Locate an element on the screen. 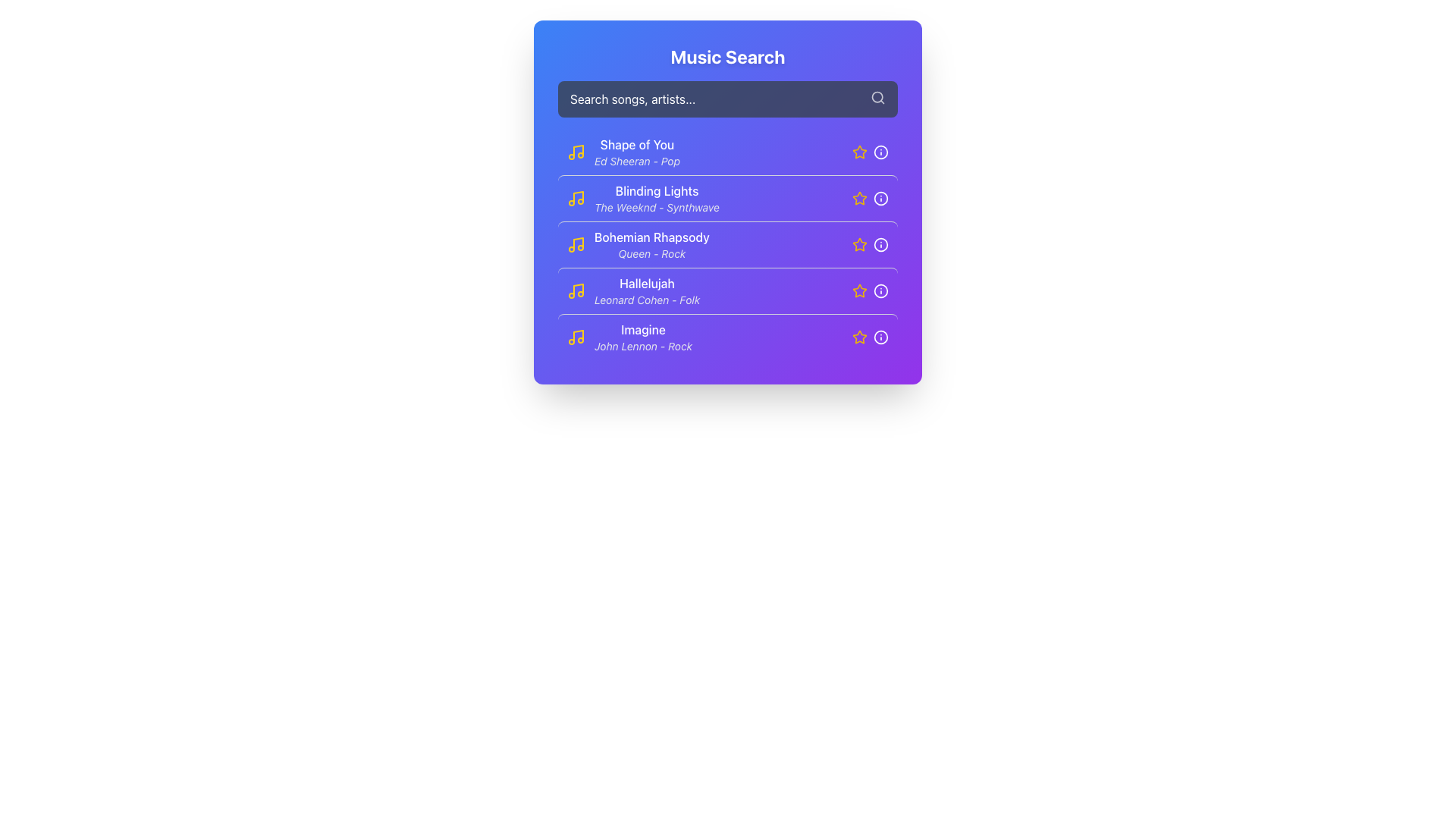 This screenshot has width=1456, height=819. the yellow music note icon located at the beginning of the 'Imagine' song entry in the music search interface is located at coordinates (575, 336).